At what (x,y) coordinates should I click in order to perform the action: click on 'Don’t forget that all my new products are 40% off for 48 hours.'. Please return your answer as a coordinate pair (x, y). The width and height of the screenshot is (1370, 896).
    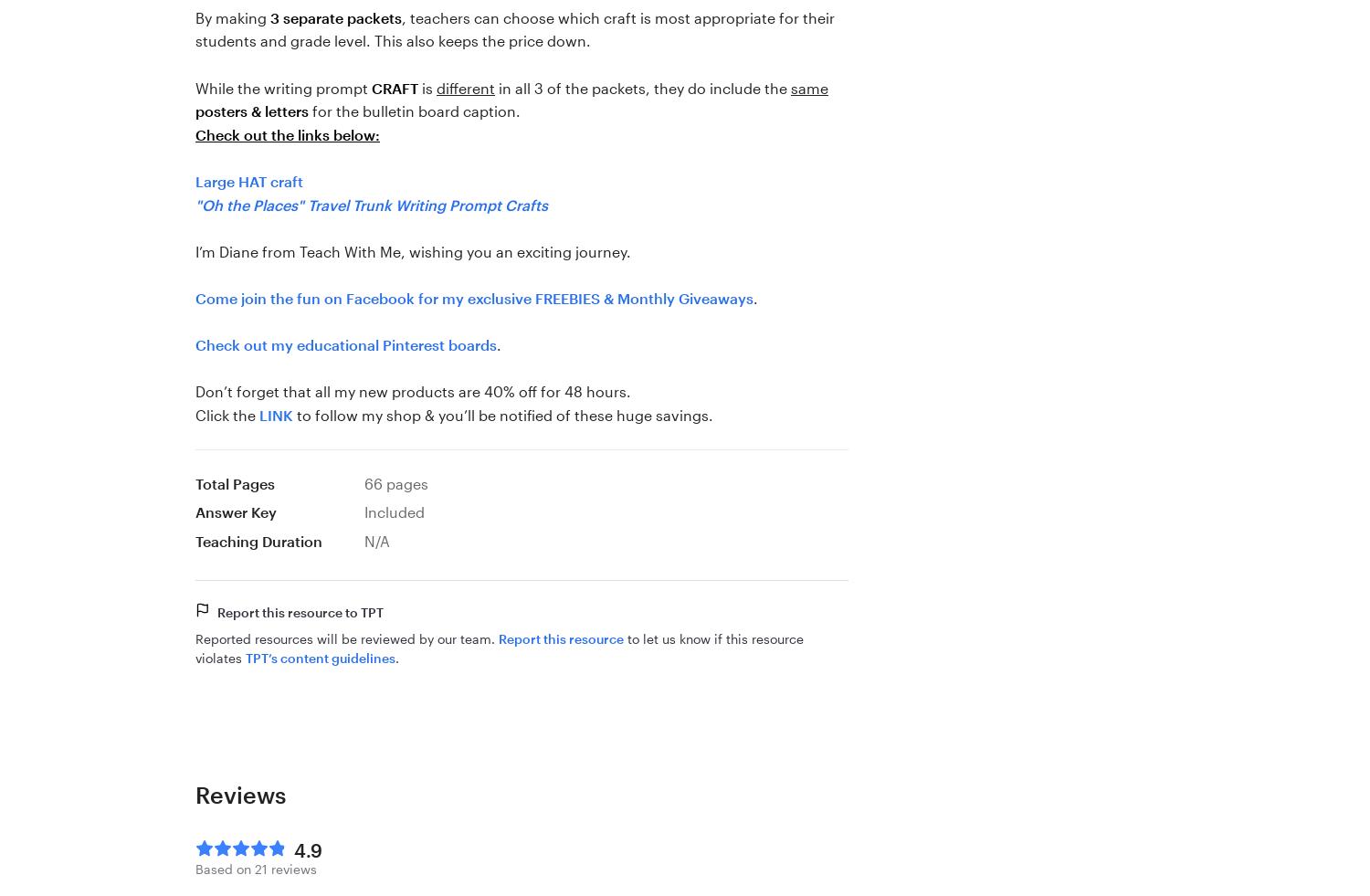
    Looking at the image, I should click on (412, 390).